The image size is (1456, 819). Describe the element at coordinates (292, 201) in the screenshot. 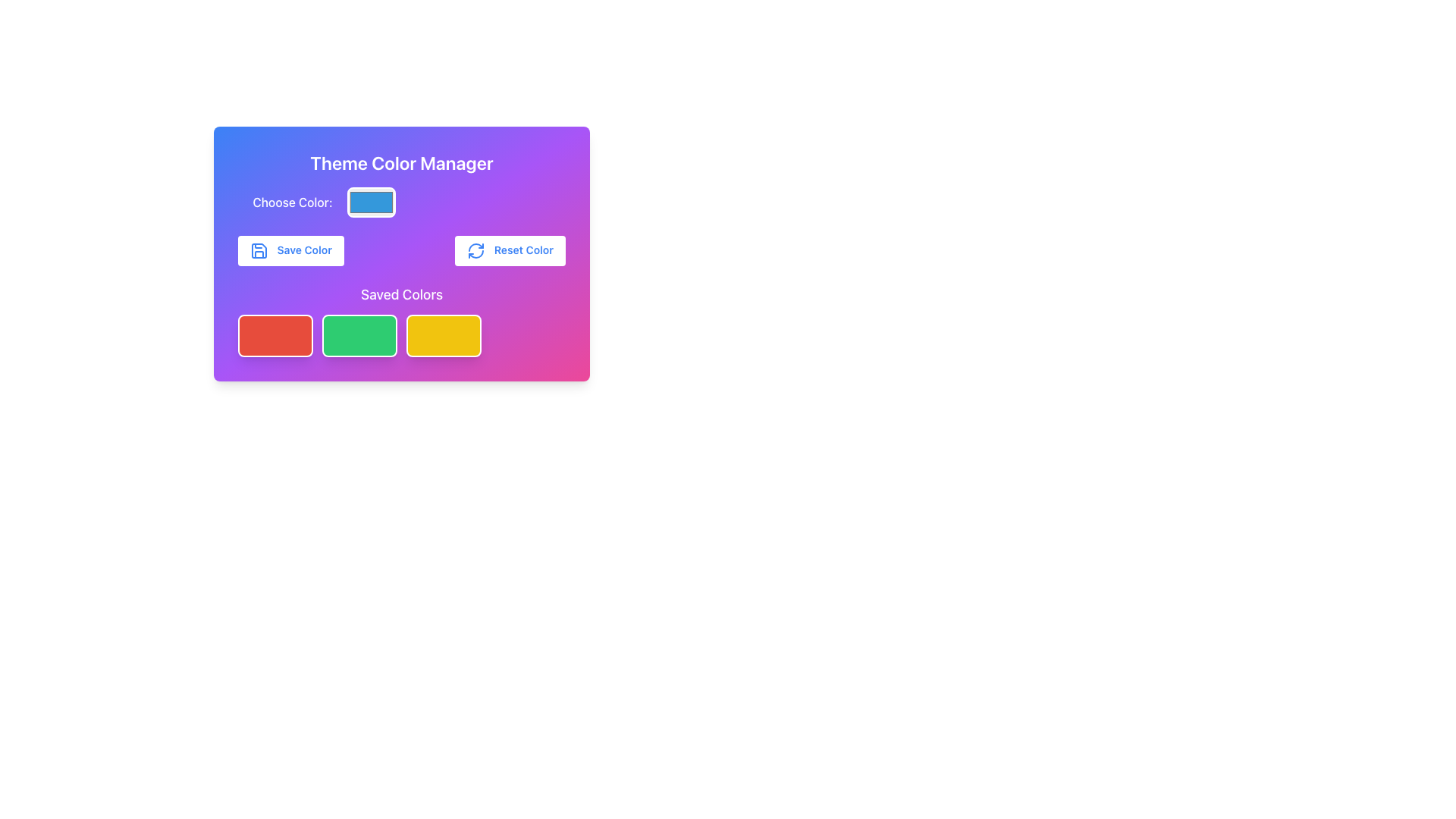

I see `the text label that indicates the purpose of the color picker input field, located in the top-left quadrant of the application interface` at that location.